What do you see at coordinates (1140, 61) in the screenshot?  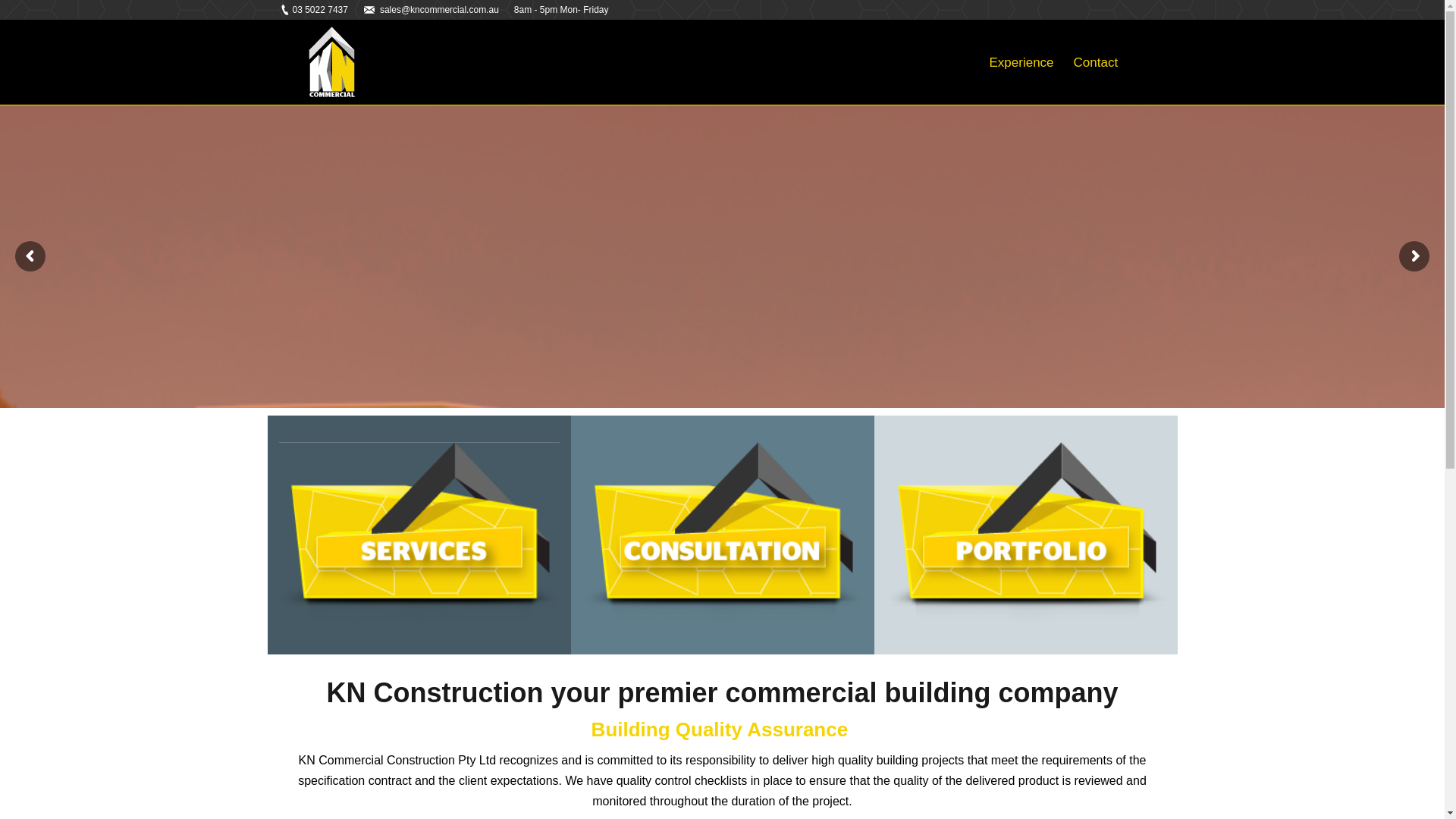 I see `' '` at bounding box center [1140, 61].